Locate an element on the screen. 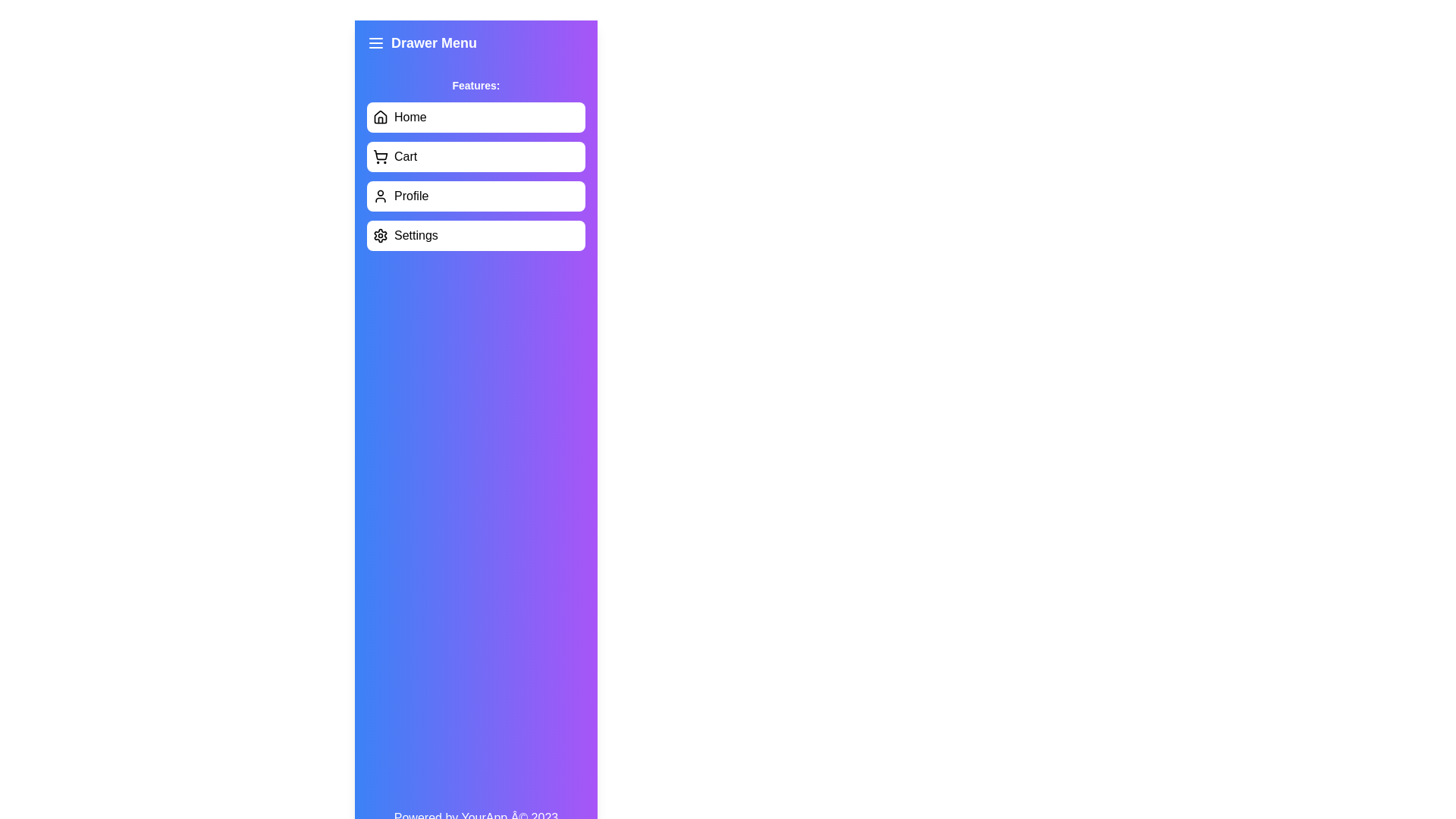 The height and width of the screenshot is (819, 1456). the shopping cart icon in the second menu option labeled 'Cart' within the vertical navigation drawer is located at coordinates (381, 157).